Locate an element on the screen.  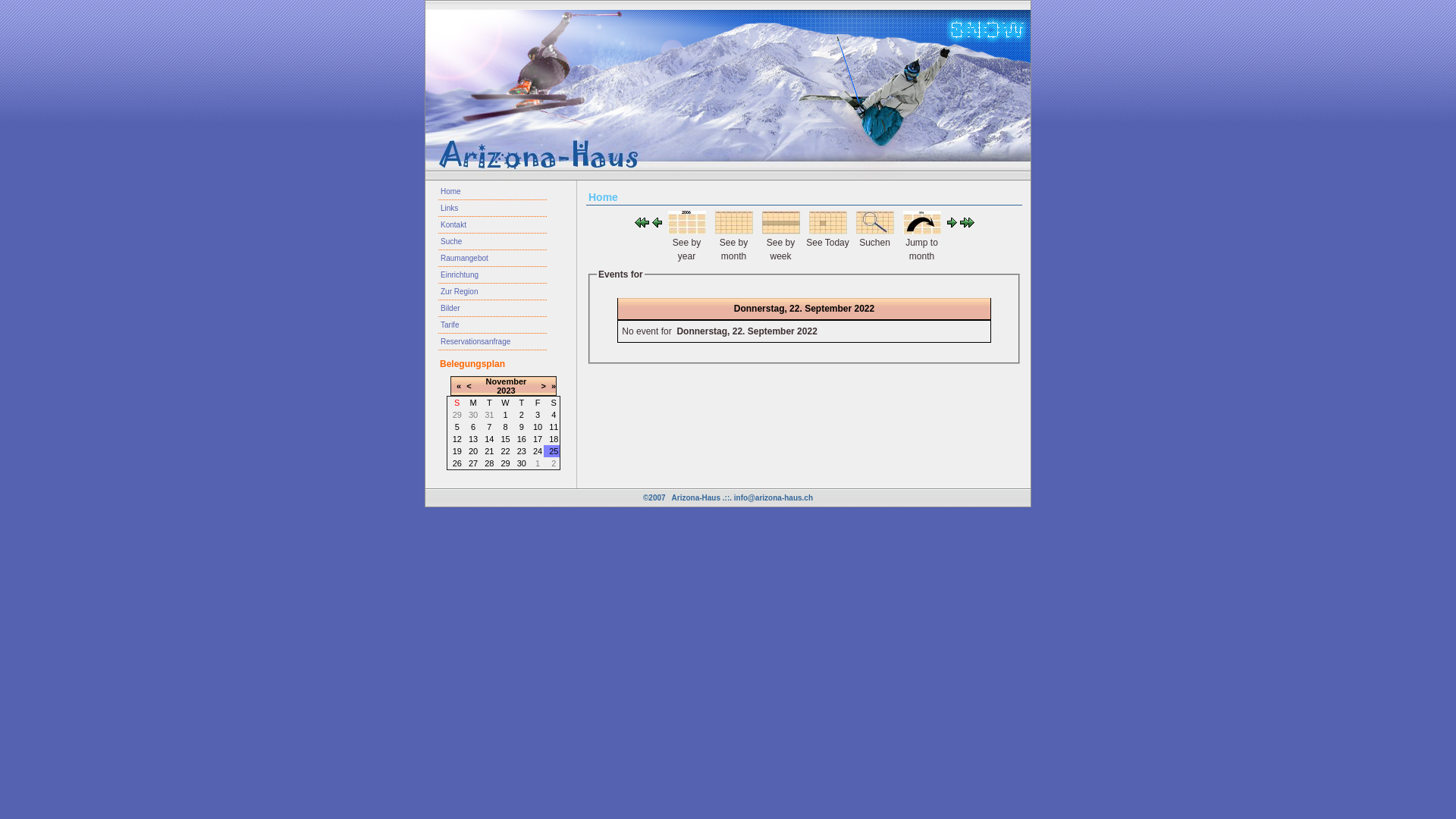
'Jump to month' is located at coordinates (902, 231).